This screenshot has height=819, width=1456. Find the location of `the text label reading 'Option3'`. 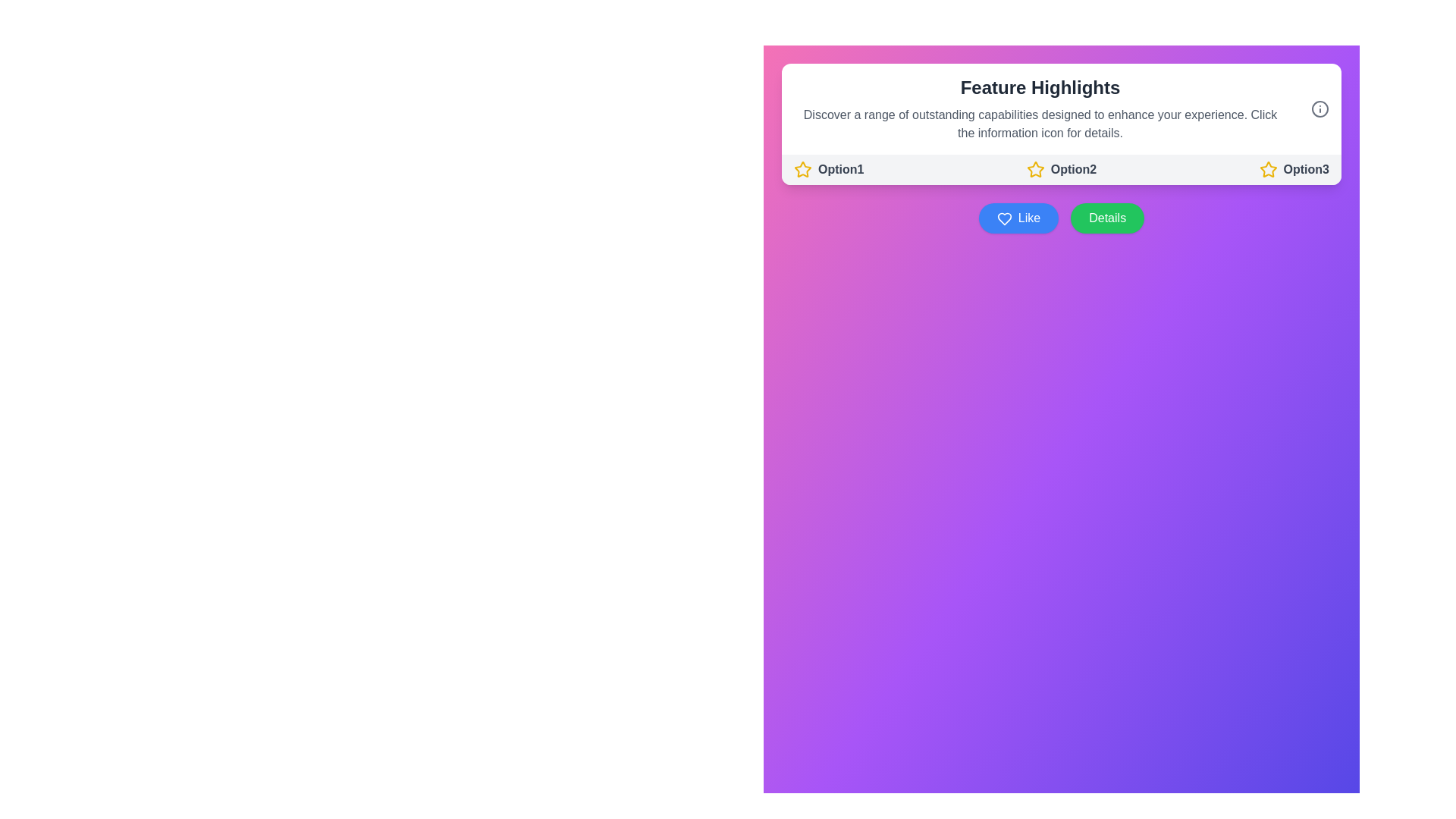

the text label reading 'Option3' is located at coordinates (1305, 169).